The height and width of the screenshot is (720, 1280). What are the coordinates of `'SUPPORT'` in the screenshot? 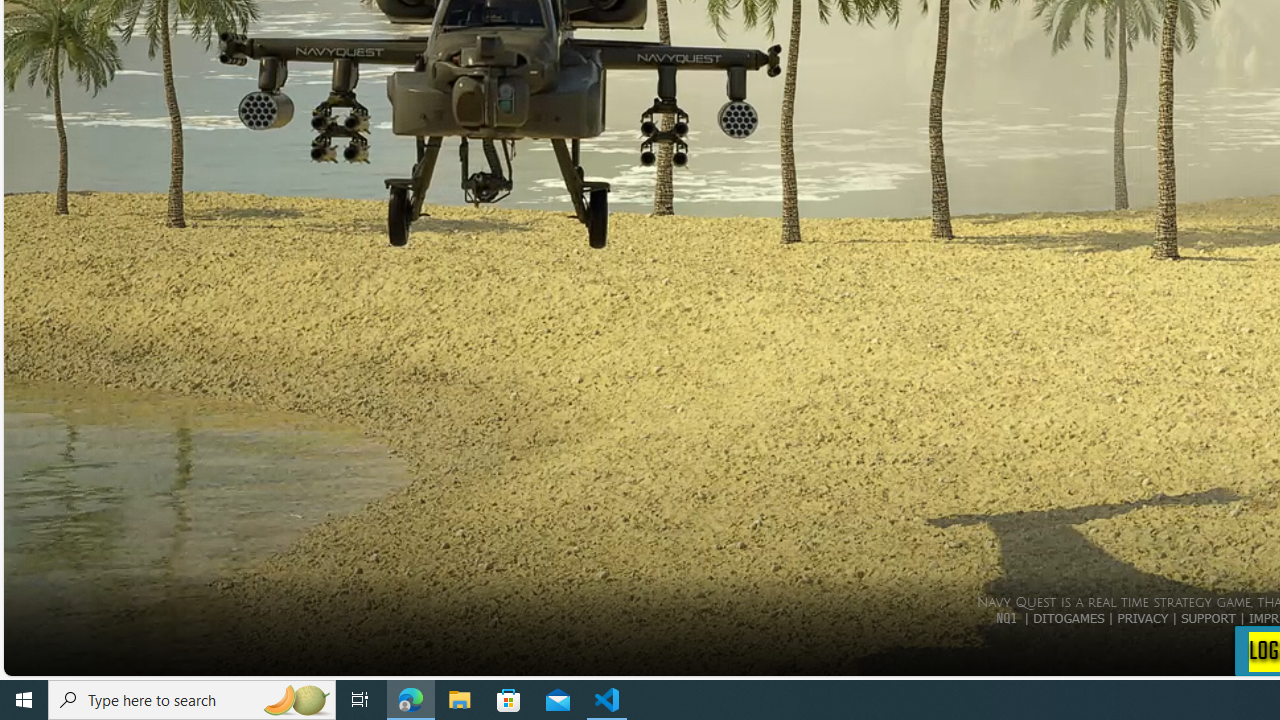 It's located at (1207, 616).